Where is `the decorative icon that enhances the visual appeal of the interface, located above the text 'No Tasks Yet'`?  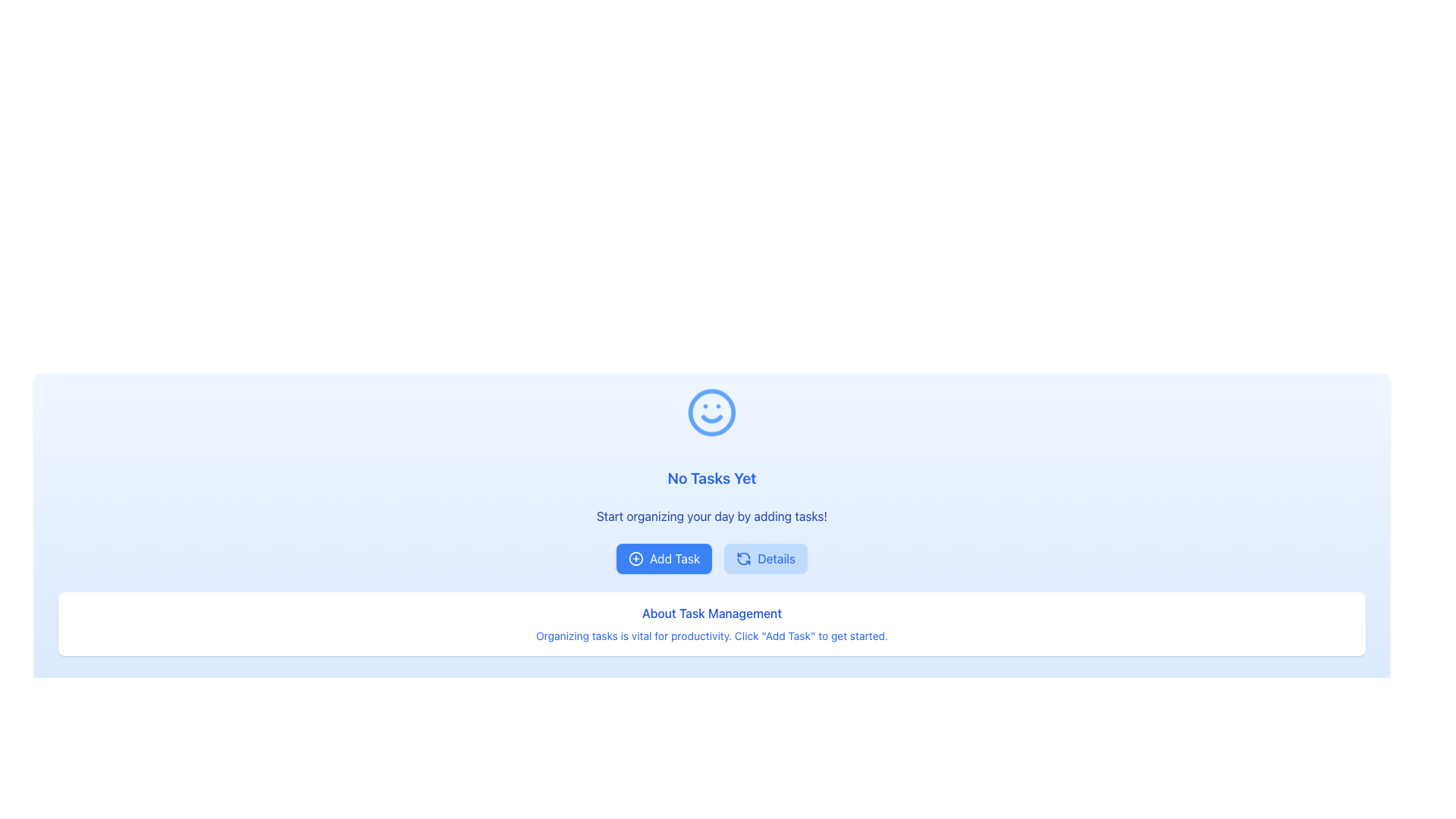 the decorative icon that enhances the visual appeal of the interface, located above the text 'No Tasks Yet' is located at coordinates (711, 421).